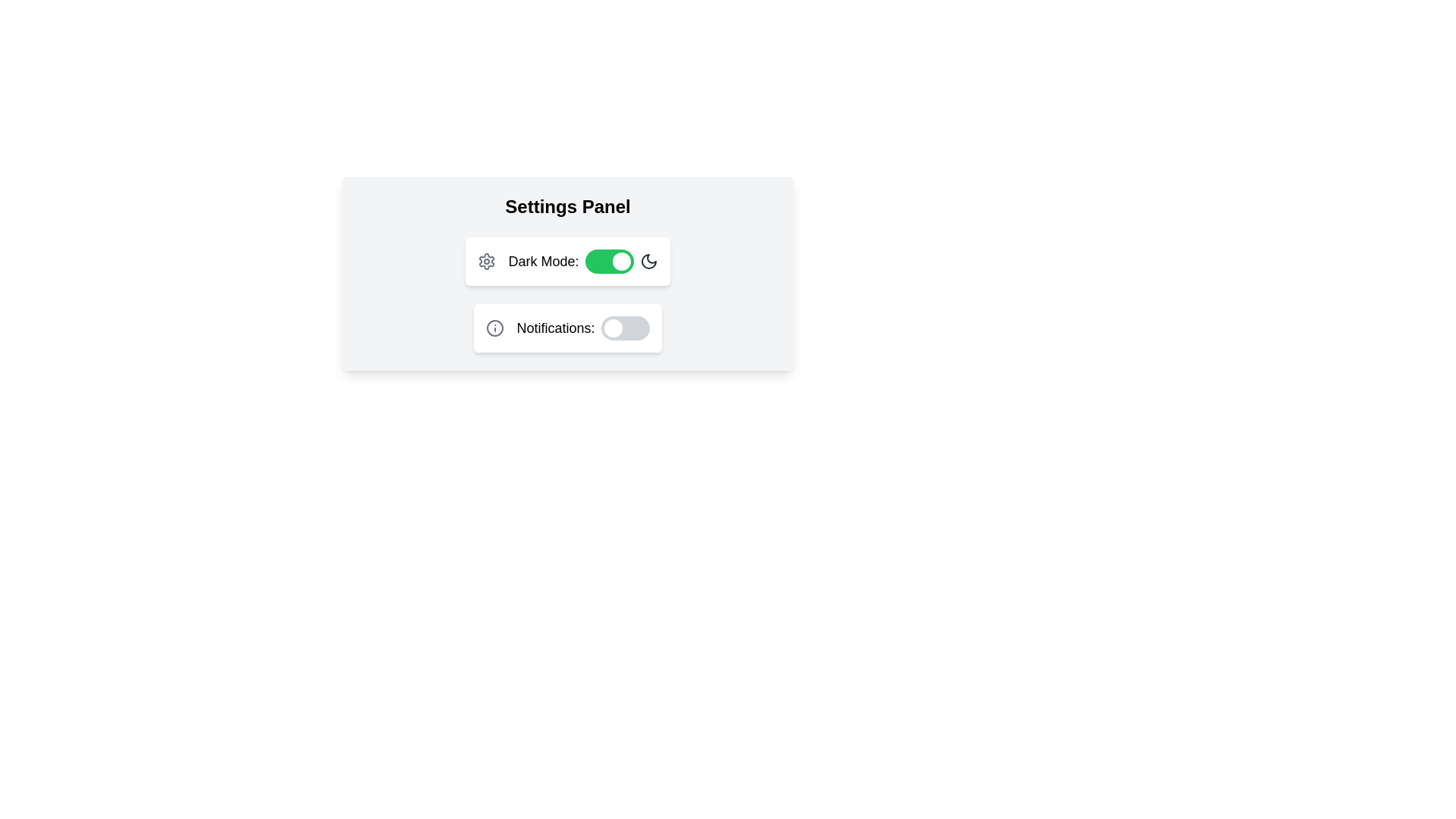 This screenshot has height=819, width=1456. I want to click on the icon located to the right of the green toggle switch labeled 'Dark Mode:' within the compact settings panel to understand its meaning, so click(648, 260).